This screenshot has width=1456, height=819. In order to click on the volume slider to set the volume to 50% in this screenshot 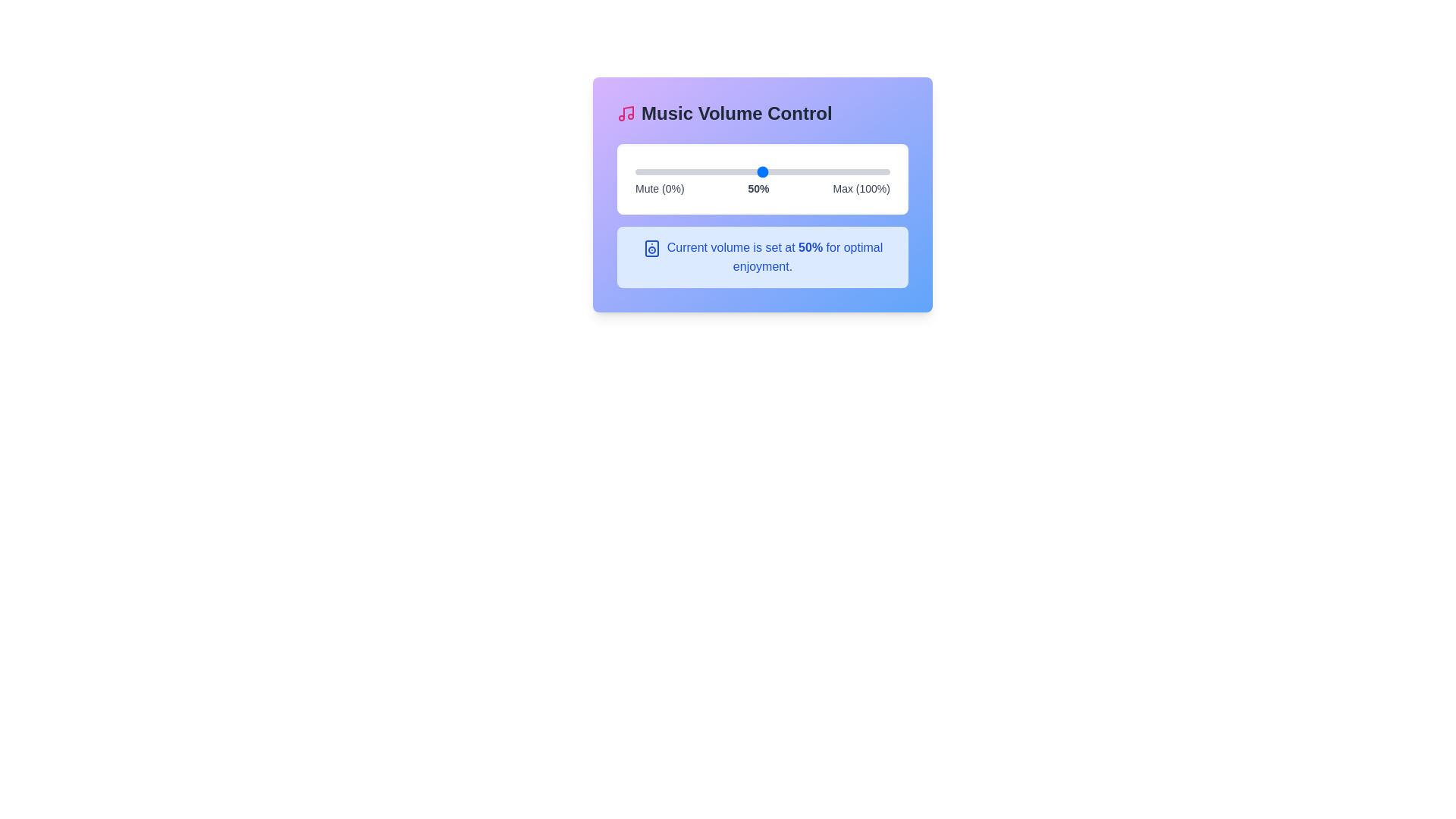, I will do `click(763, 171)`.